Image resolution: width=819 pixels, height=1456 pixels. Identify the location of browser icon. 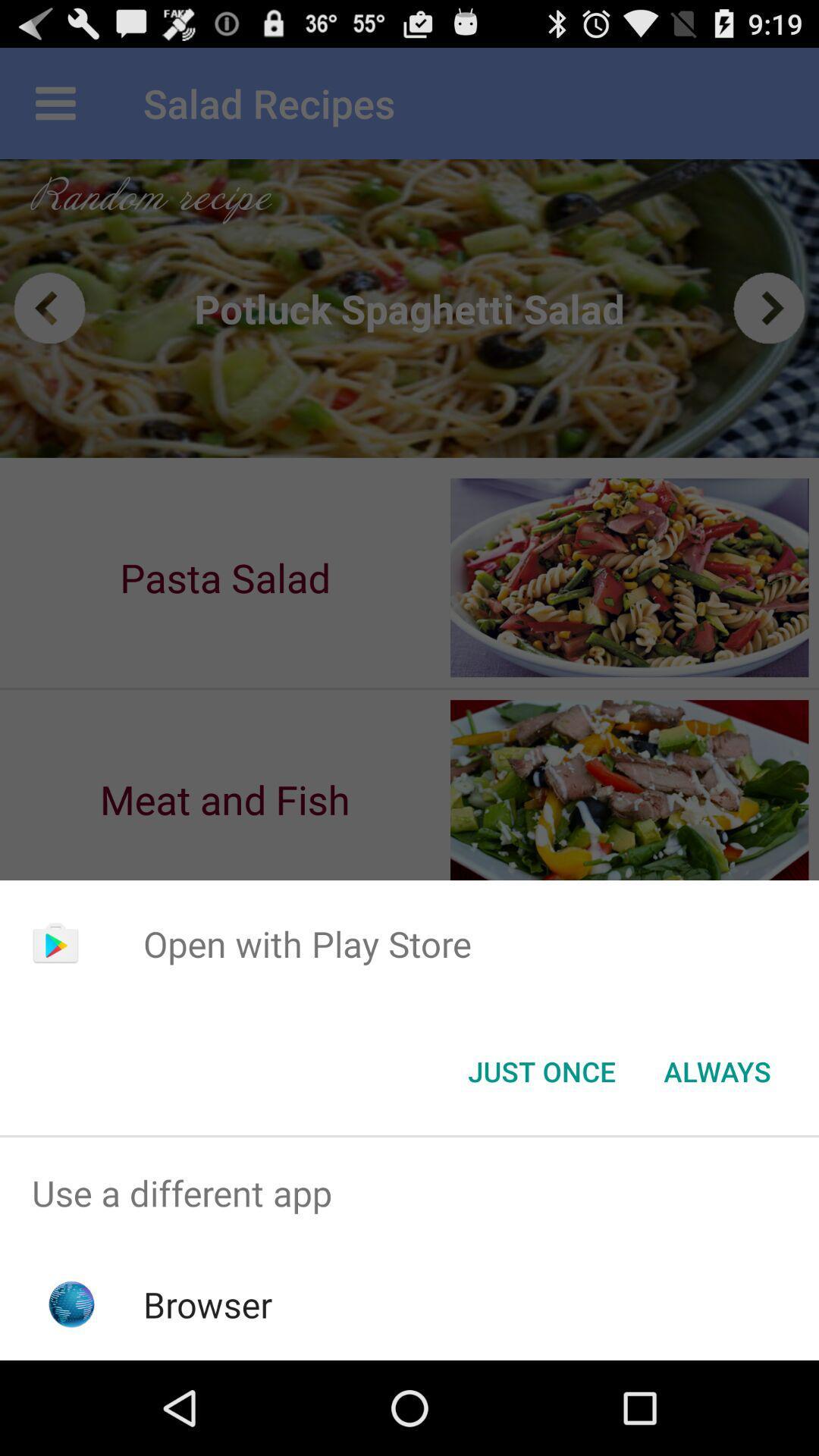
(208, 1304).